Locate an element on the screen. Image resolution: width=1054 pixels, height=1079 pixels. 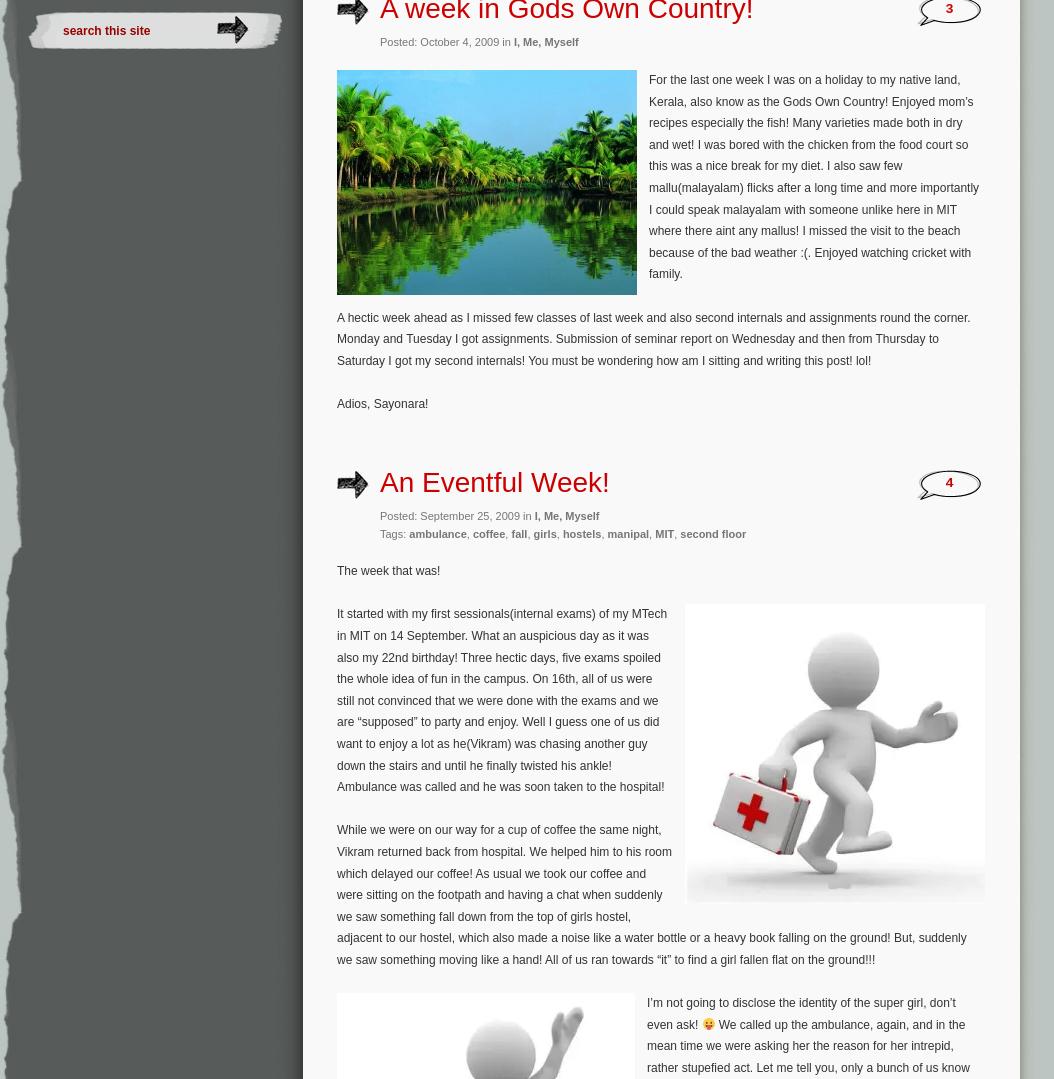
'Adios, Sayonara!' is located at coordinates (381, 402).